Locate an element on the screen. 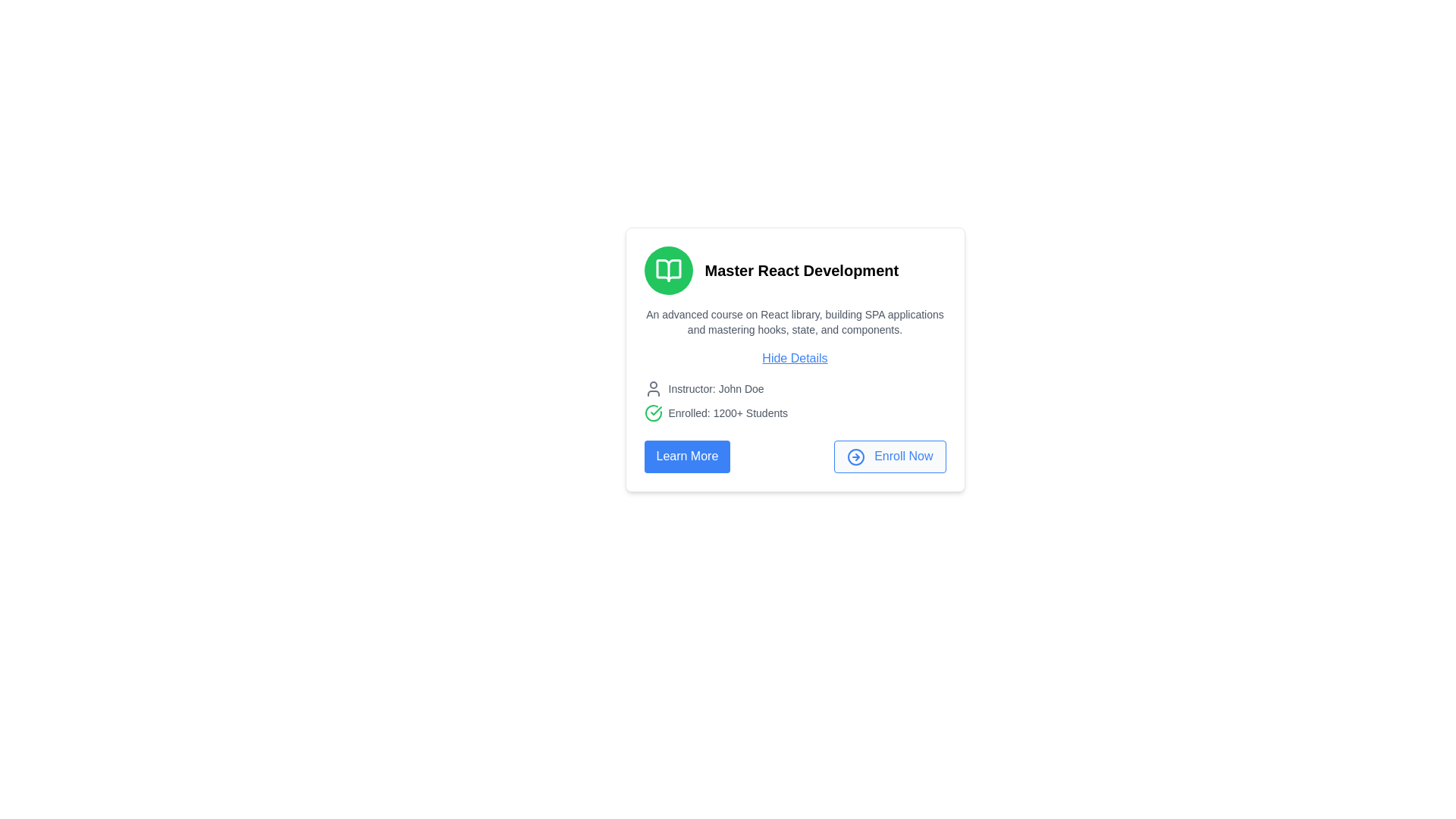 This screenshot has height=819, width=1456. the second text element within the component card that provides a summary description of the React course, located below the heading 'Master React Development' and above the 'Hide Details' link is located at coordinates (794, 321).